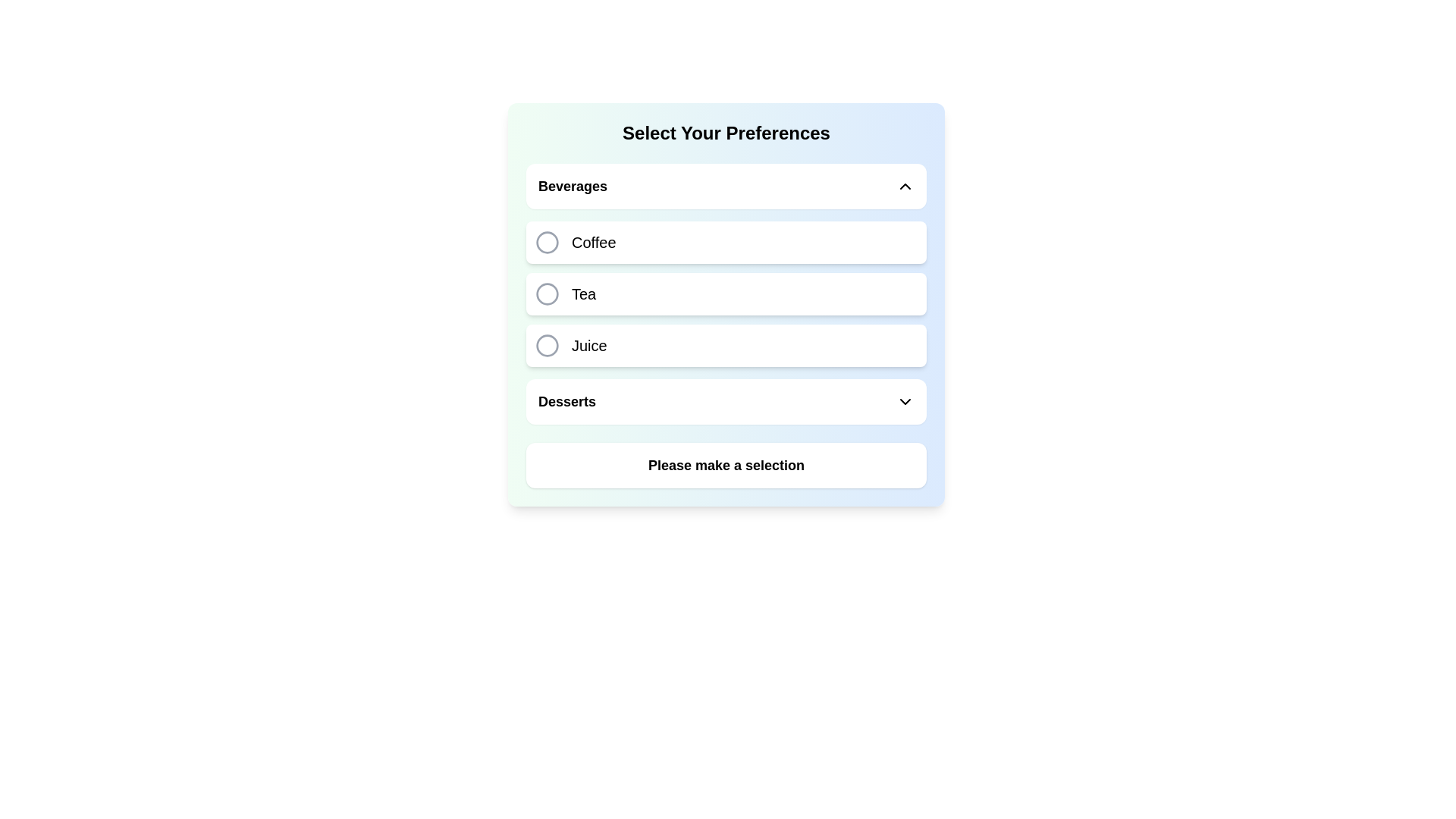 The height and width of the screenshot is (819, 1456). What do you see at coordinates (726, 345) in the screenshot?
I see `the third option labeled 'Juice' in the Beverages section` at bounding box center [726, 345].